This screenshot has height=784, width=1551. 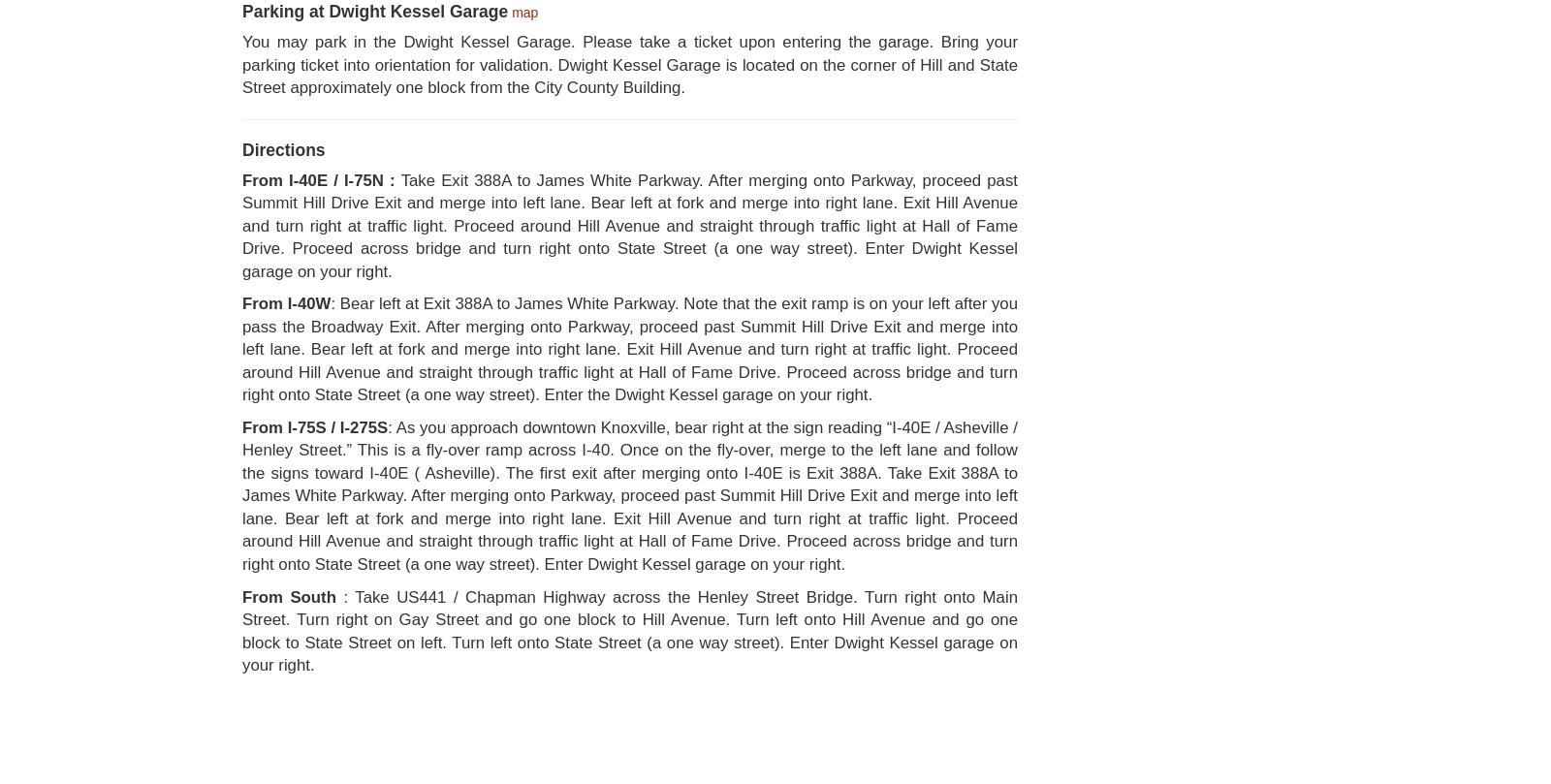 What do you see at coordinates (629, 349) in the screenshot?
I see `': Bear left at Exit 388A to James White Parkway. Note that the exit ramp is on your left after you pass the Broadway Exit. After merging onto Parkway, proceed past Summit Hill Drive Exit and merge into left lane. Bear left at fork and merge into right lane. Exit Hill Avenue and turn right at traffic light. Proceed around Hill Avenue and straight through traffic light at Hall of Fame Drive. Proceed across bridge and turn right onto State Street (a one way street). Enter the Dwight Kessel garage on your right.'` at bounding box center [629, 349].